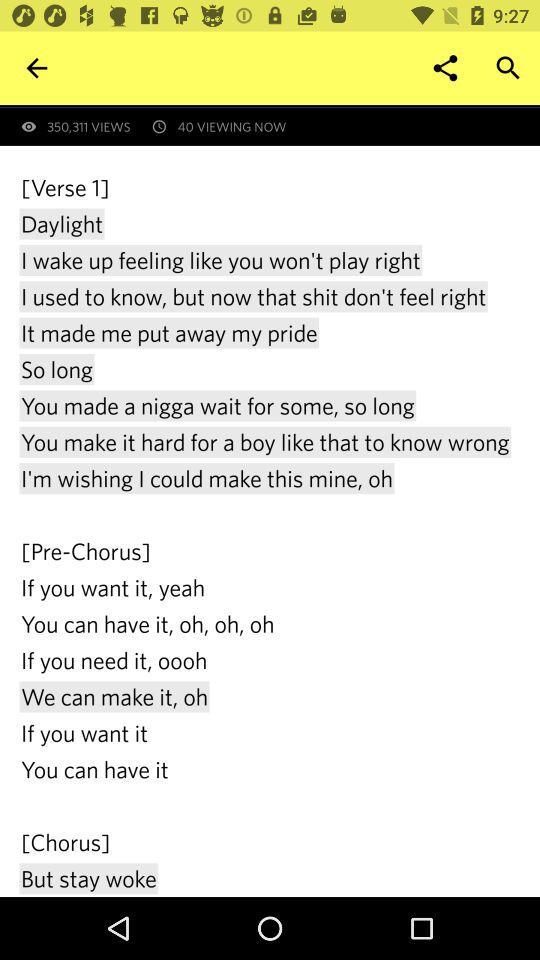 This screenshot has width=540, height=960. Describe the element at coordinates (36, 68) in the screenshot. I see `item to the left of the 40 viewing now` at that location.